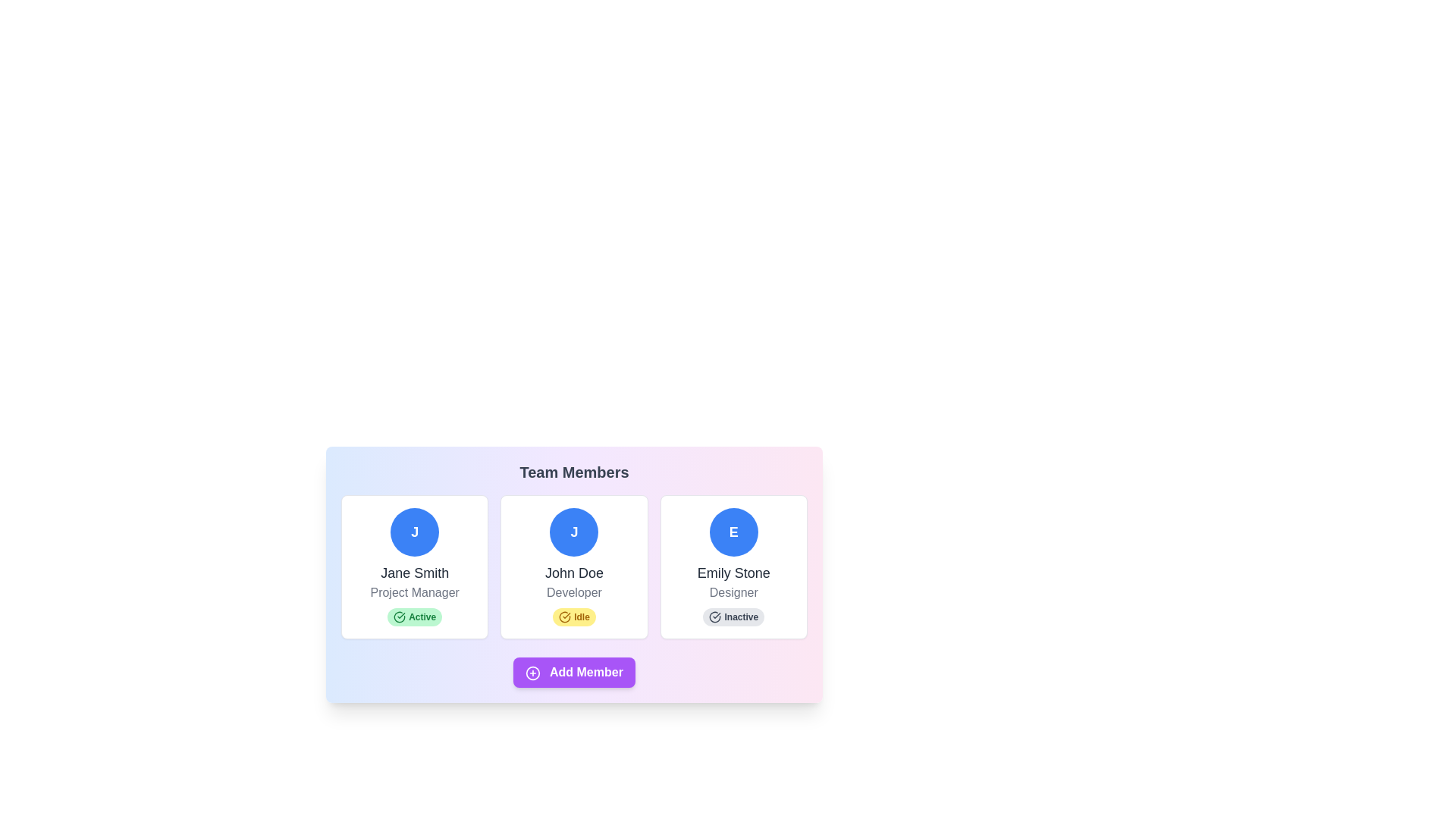 The image size is (1456, 819). Describe the element at coordinates (564, 617) in the screenshot. I see `the 'Idle' icon located within the second team member card in the 'Team Members' section, which is positioned to the left of the yellow 'Idle' text` at that location.